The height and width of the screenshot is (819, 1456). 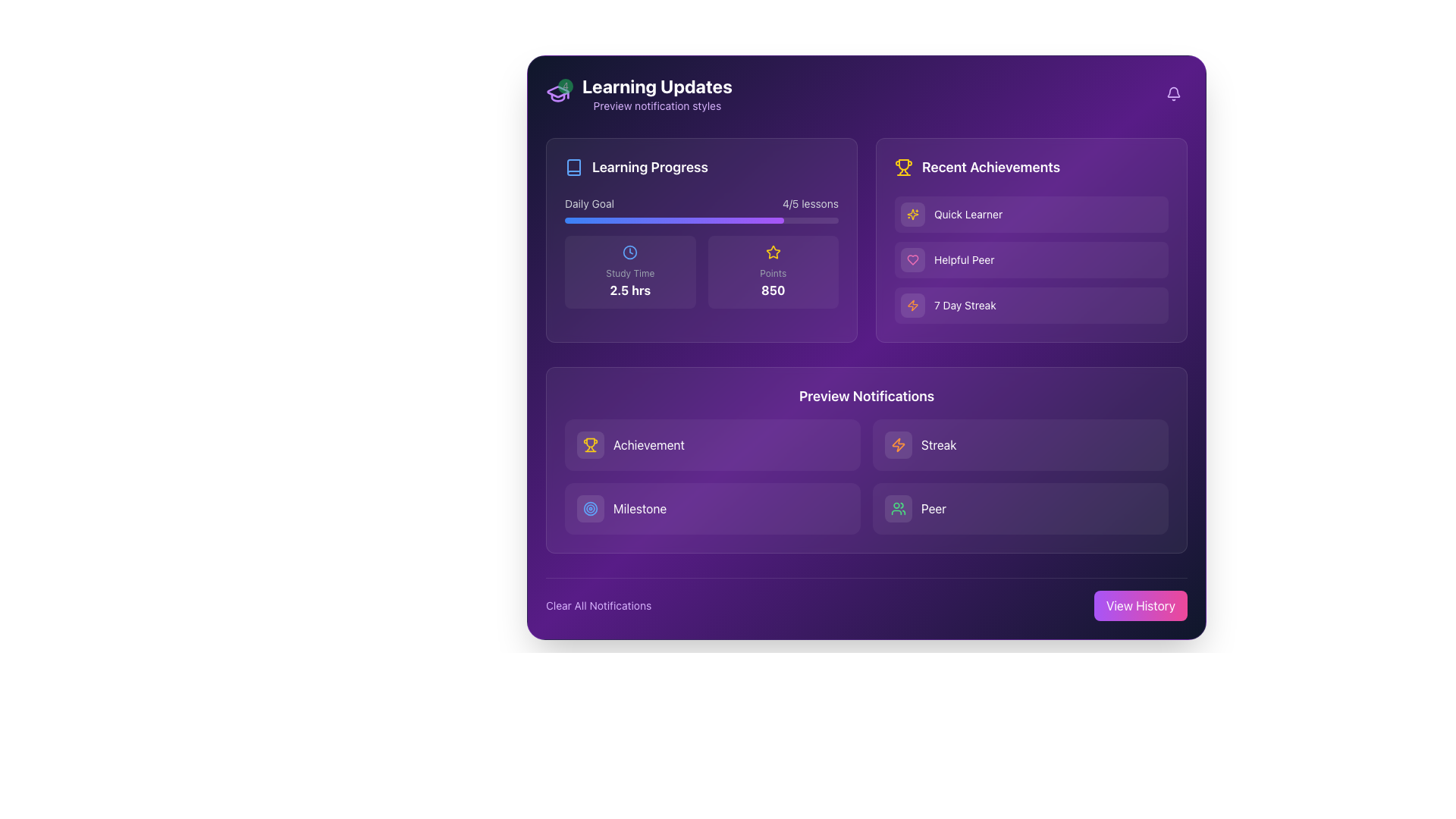 I want to click on the text display showing elapsed or allocated study time, located in the 'Learning Progress' section below the clock icon, so click(x=630, y=290).